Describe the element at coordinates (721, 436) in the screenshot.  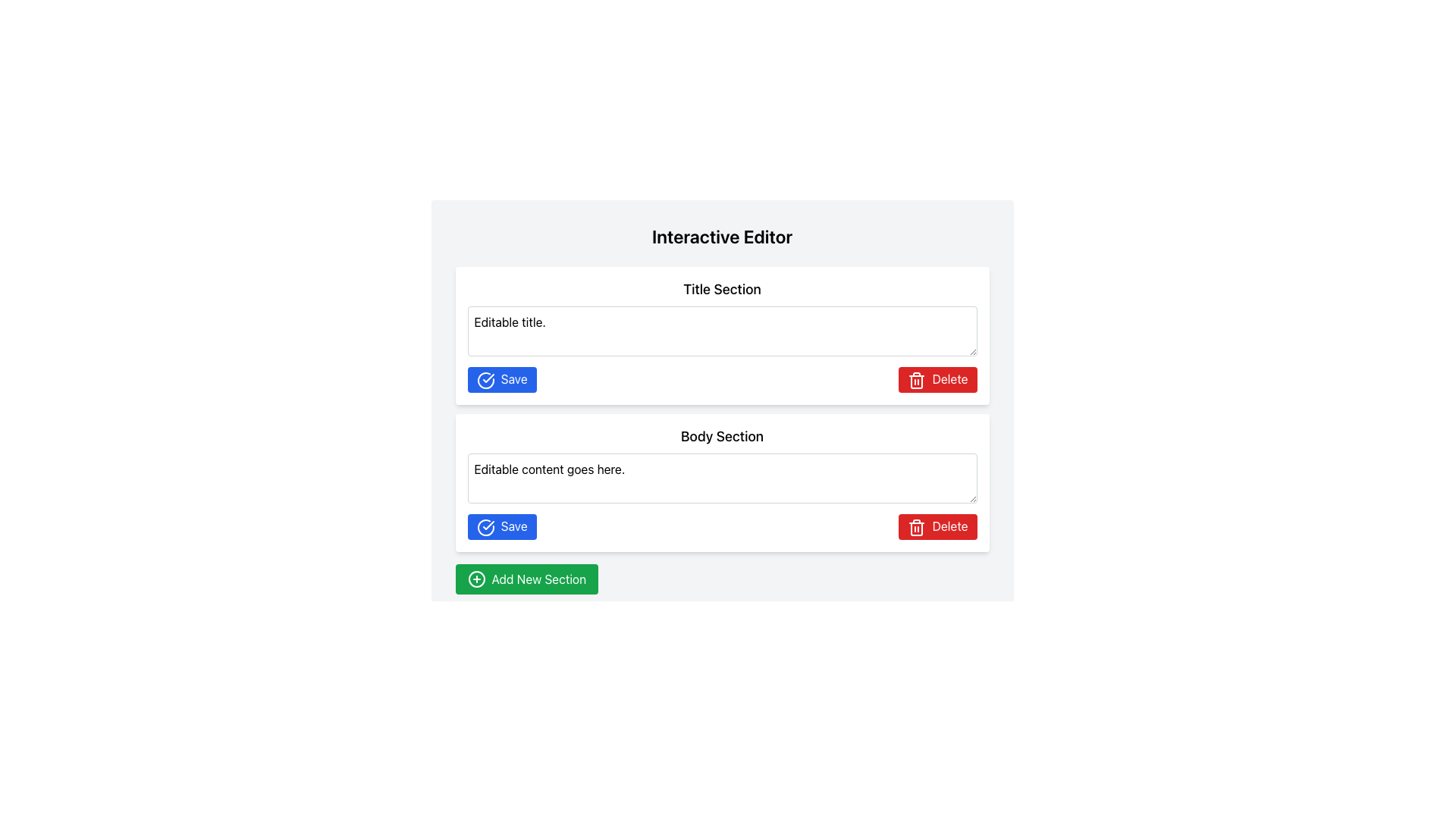
I see `the Static Text displaying 'Body Section' which is prominently styled and located above an editable text area within a card-like block` at that location.